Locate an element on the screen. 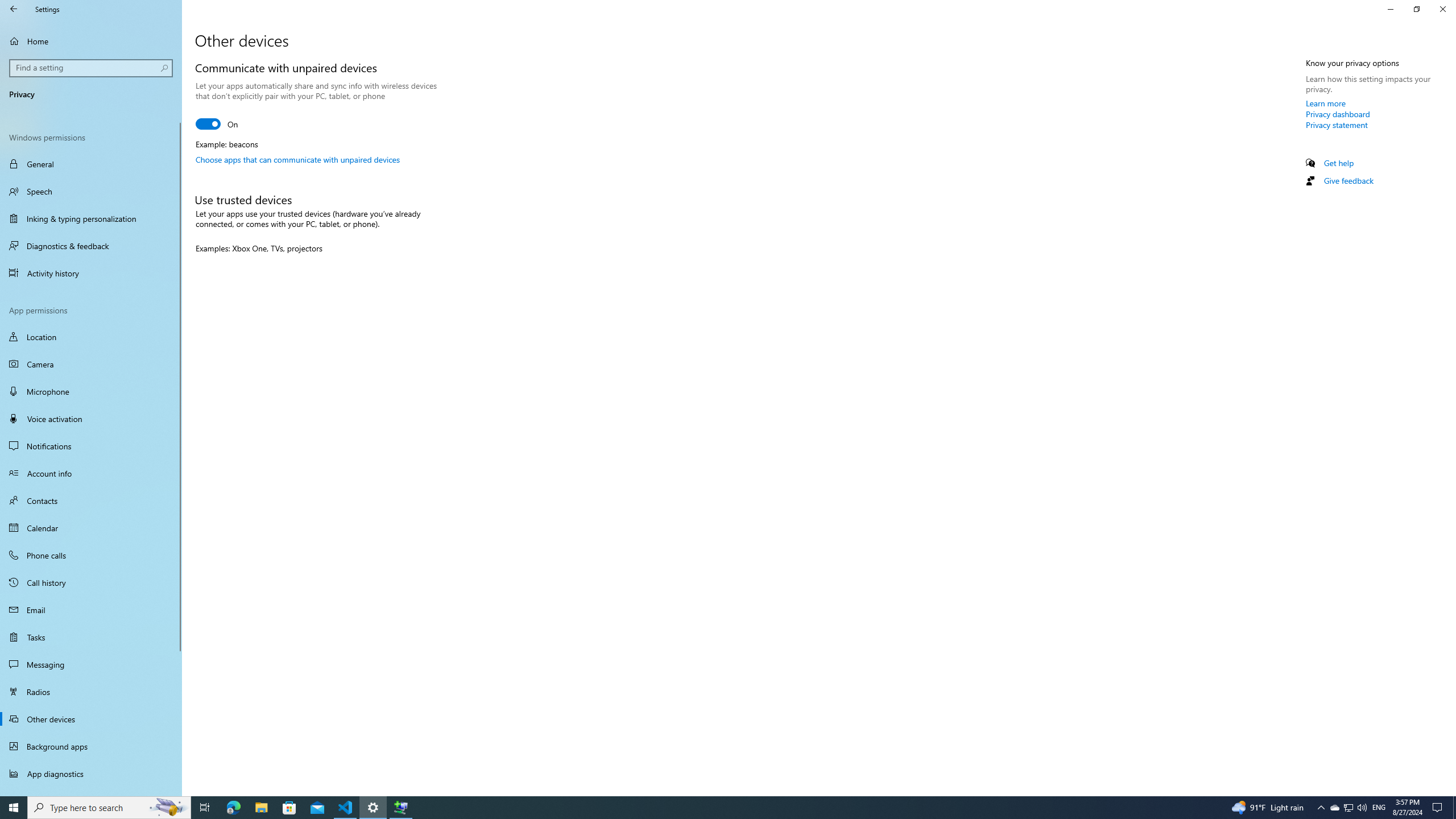 The image size is (1456, 819). 'App diagnostics' is located at coordinates (90, 773).